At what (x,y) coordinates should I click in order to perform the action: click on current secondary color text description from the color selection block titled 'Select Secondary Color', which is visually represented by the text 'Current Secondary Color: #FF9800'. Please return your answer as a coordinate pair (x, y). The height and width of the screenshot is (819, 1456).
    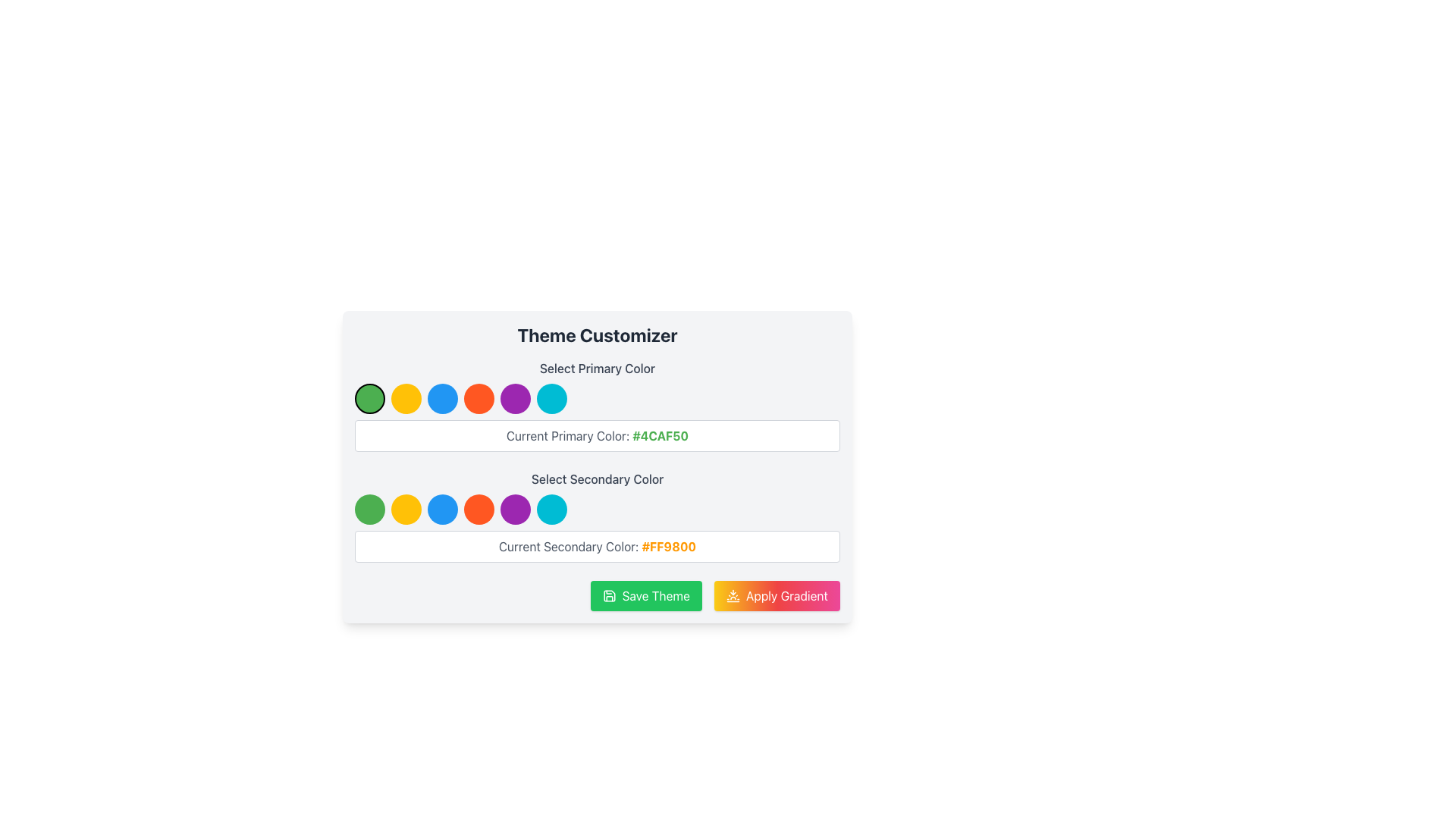
    Looking at the image, I should click on (596, 485).